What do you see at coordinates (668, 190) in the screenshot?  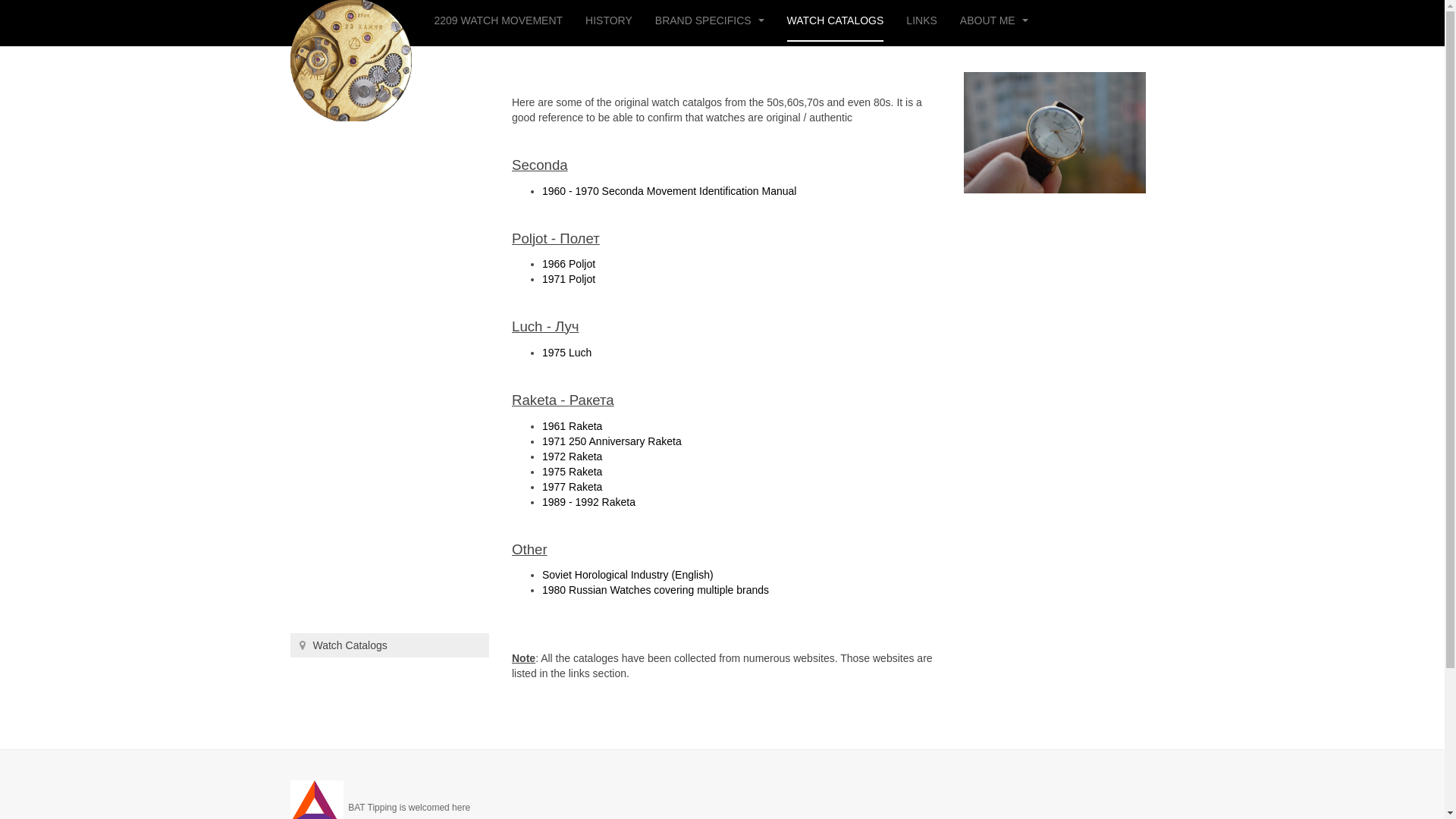 I see `'1960 - 1970 Seconda Movement Identification Manual'` at bounding box center [668, 190].